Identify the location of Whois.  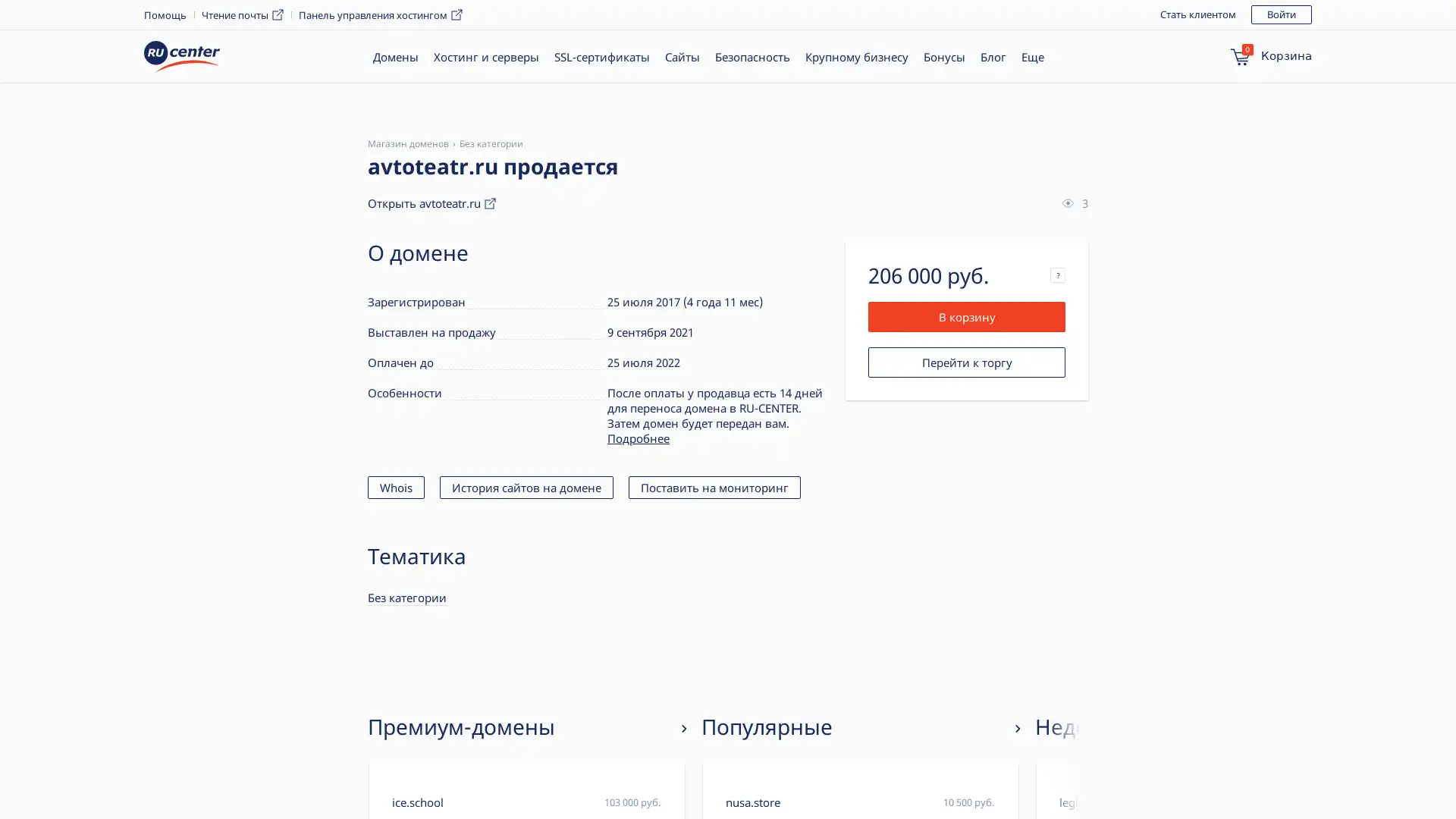
(396, 488).